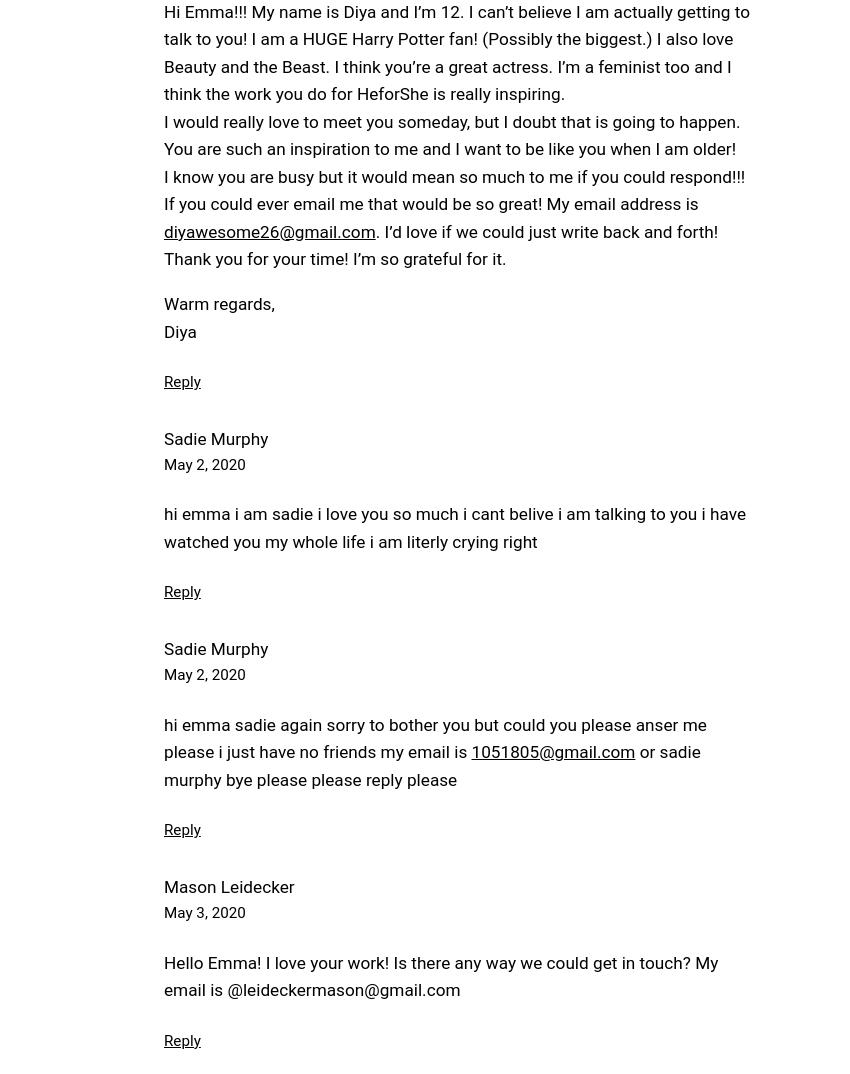 The image size is (850, 1074). I want to click on 'I would really love to meet you someday, but I doubt that is going to happen.  You are such an inspiration to me and I want to be like you when I am older!', so click(451, 134).